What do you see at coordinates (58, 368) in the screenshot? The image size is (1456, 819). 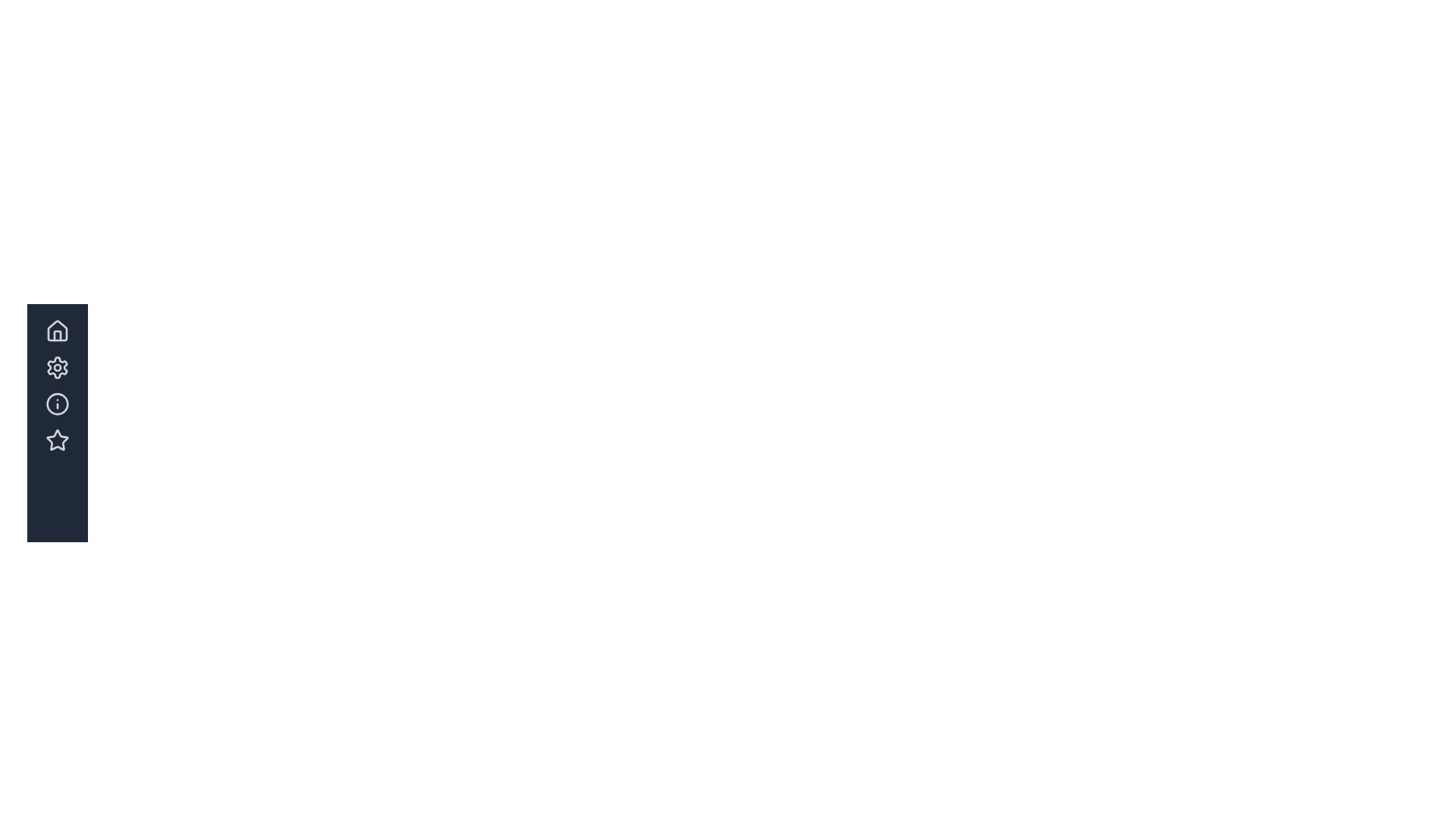 I see `the gear icon in the vertical navigation menu` at bounding box center [58, 368].